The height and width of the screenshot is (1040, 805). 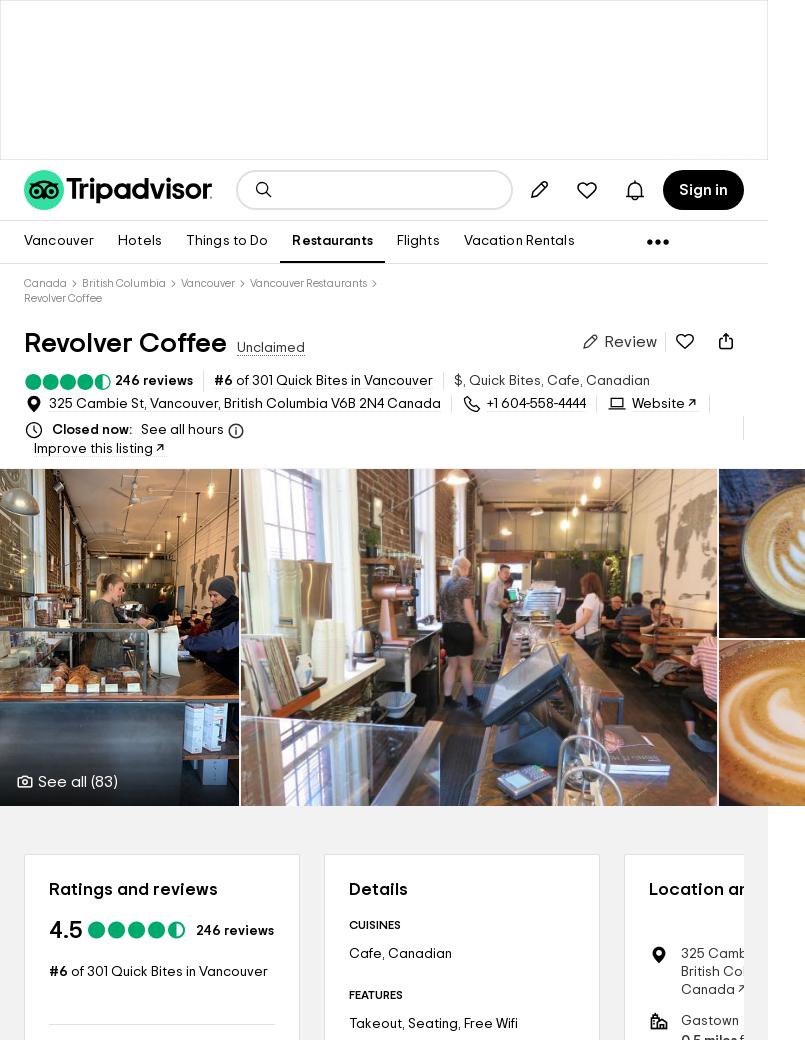 What do you see at coordinates (139, 240) in the screenshot?
I see `'Hotels'` at bounding box center [139, 240].